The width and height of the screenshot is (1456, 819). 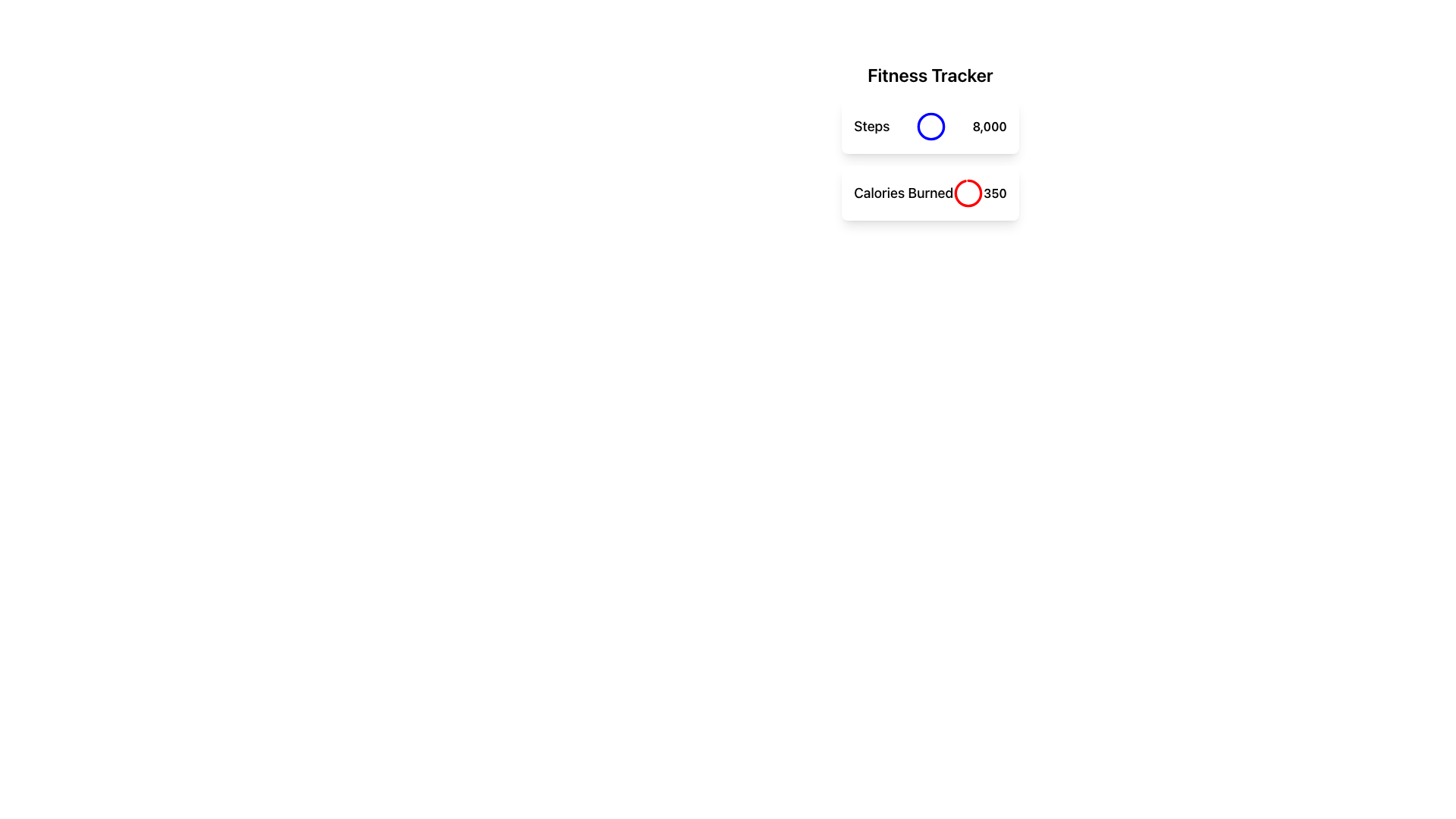 What do you see at coordinates (930, 192) in the screenshot?
I see `the Information Card that displays the number of calories burned by the user, located below the 'Steps' card in the right-center region of the interface` at bounding box center [930, 192].